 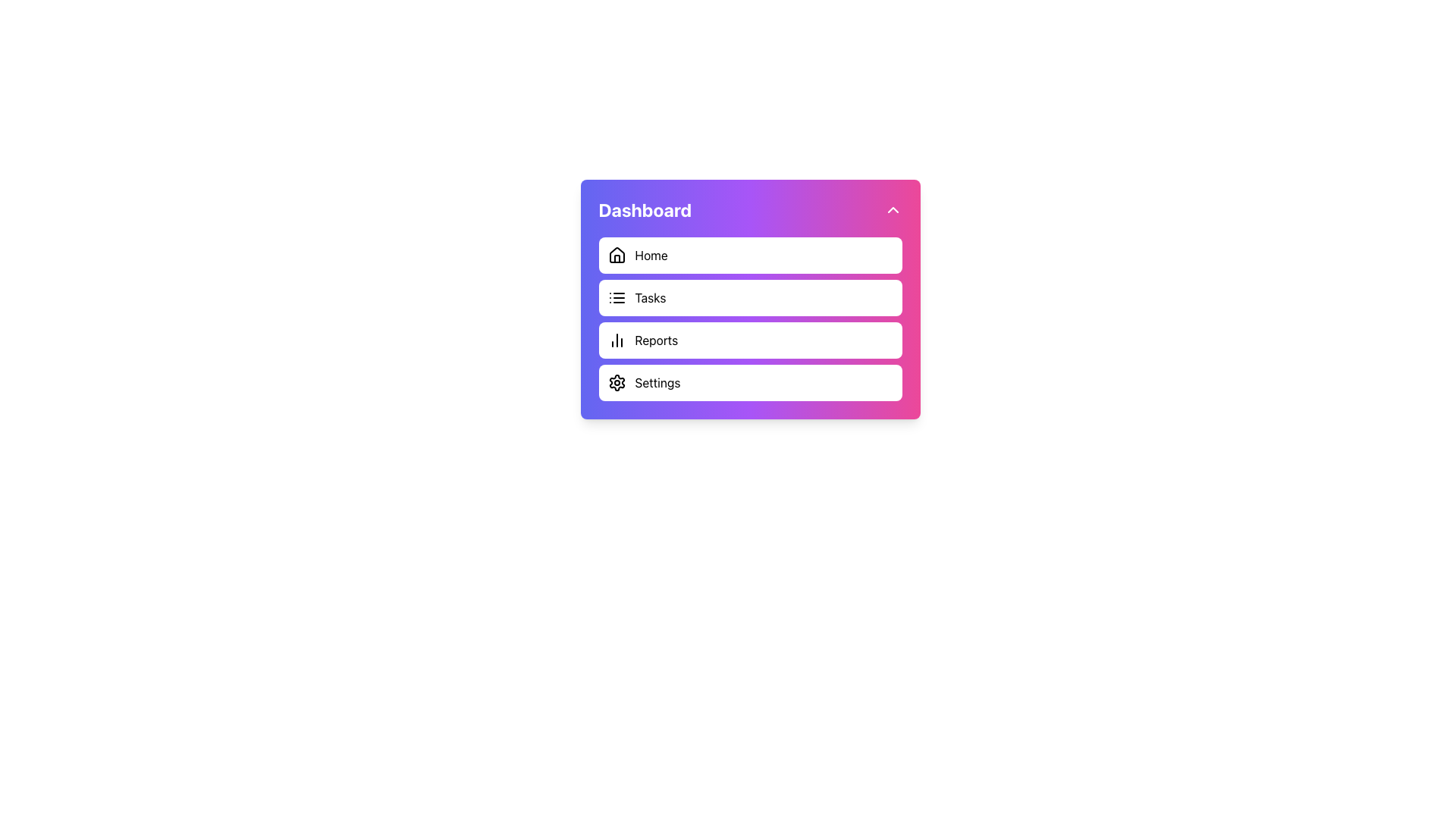 I want to click on the 'Reports' button-like menu item, which is the third item in the vertical list within the 'Dashboard' menu, so click(x=750, y=339).